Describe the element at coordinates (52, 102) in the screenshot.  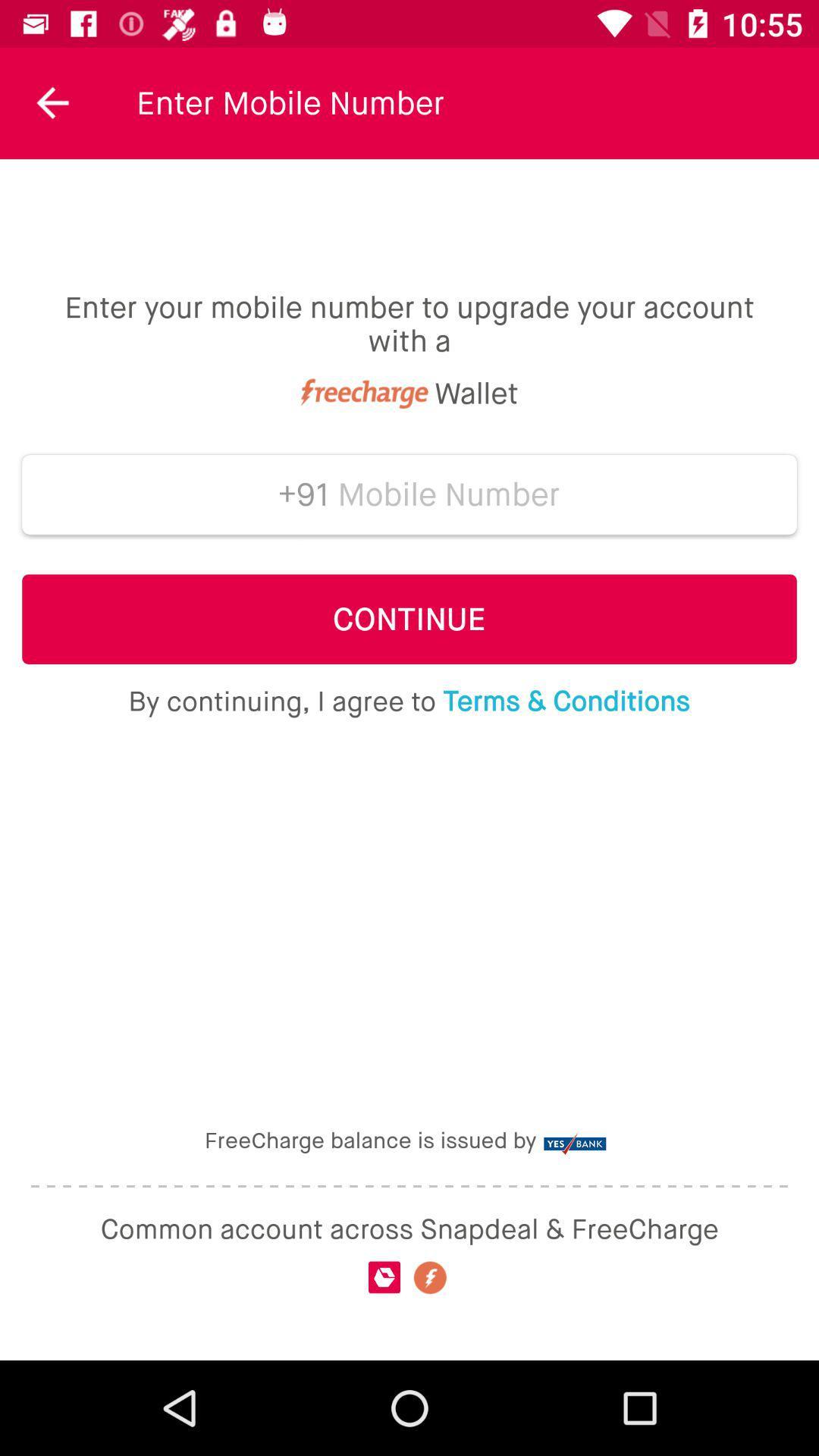
I see `go back` at that location.